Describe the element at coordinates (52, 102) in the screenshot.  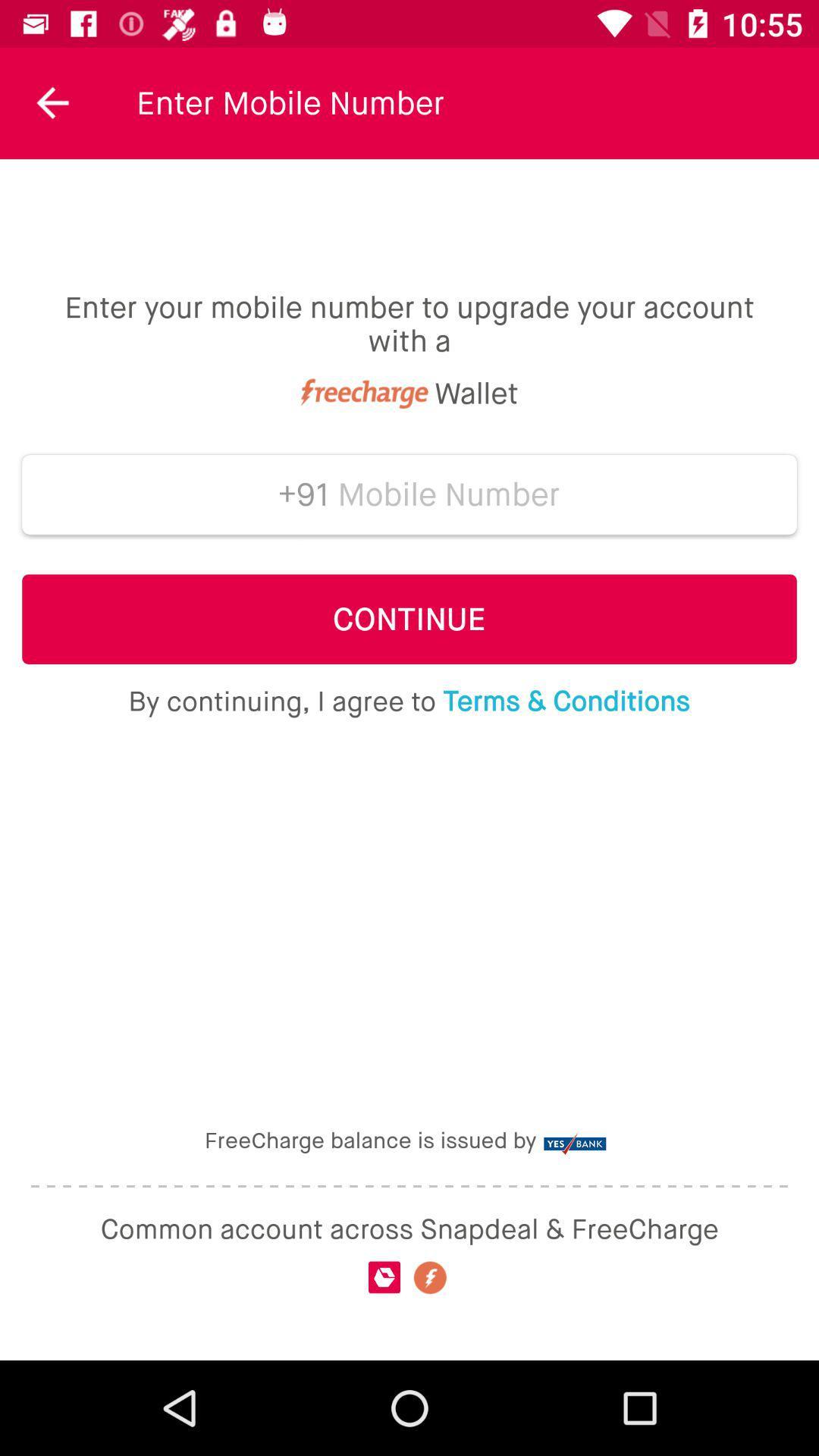
I see `go back` at that location.